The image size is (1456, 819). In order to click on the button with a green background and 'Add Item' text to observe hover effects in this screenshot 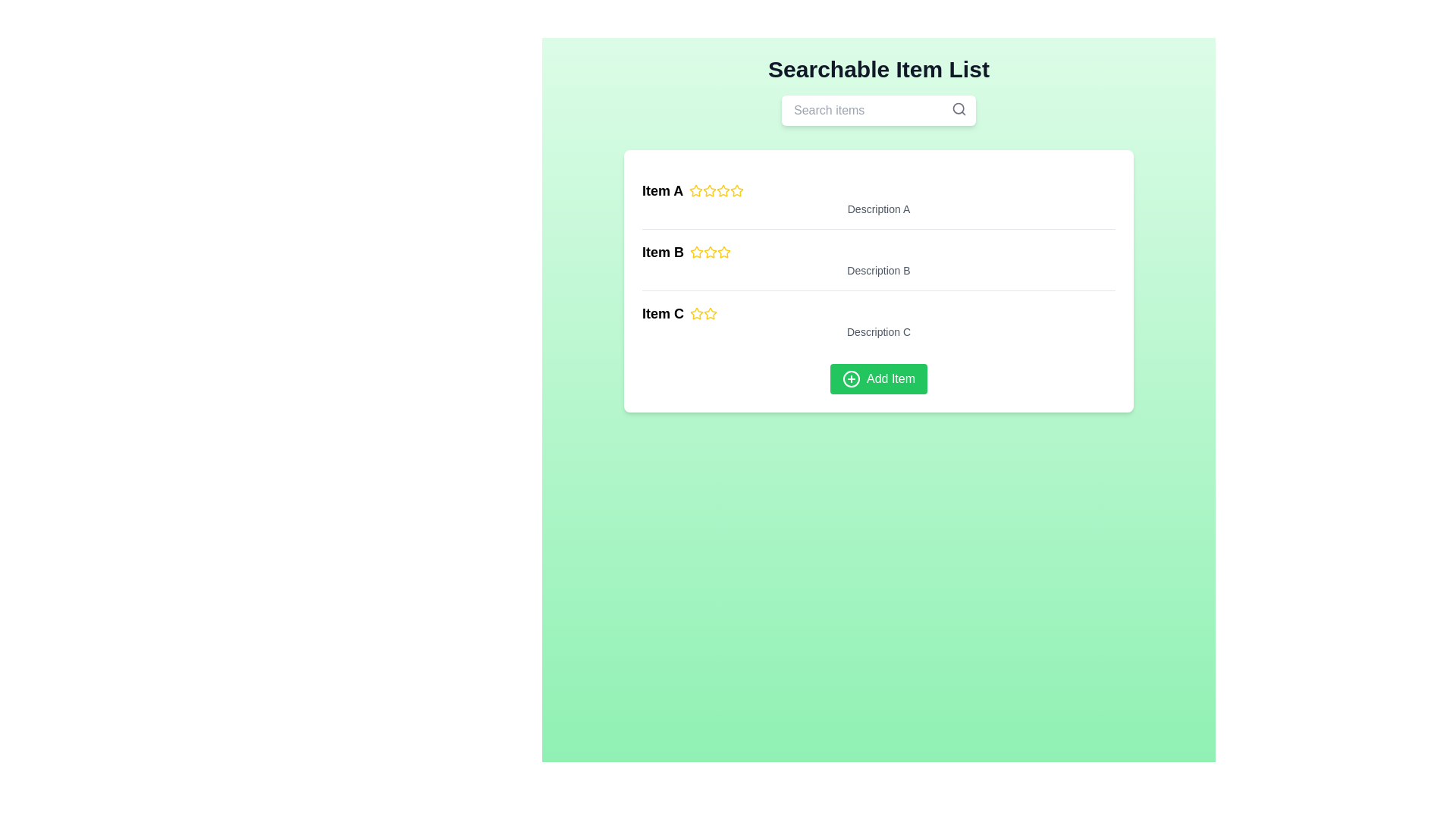, I will do `click(878, 378)`.